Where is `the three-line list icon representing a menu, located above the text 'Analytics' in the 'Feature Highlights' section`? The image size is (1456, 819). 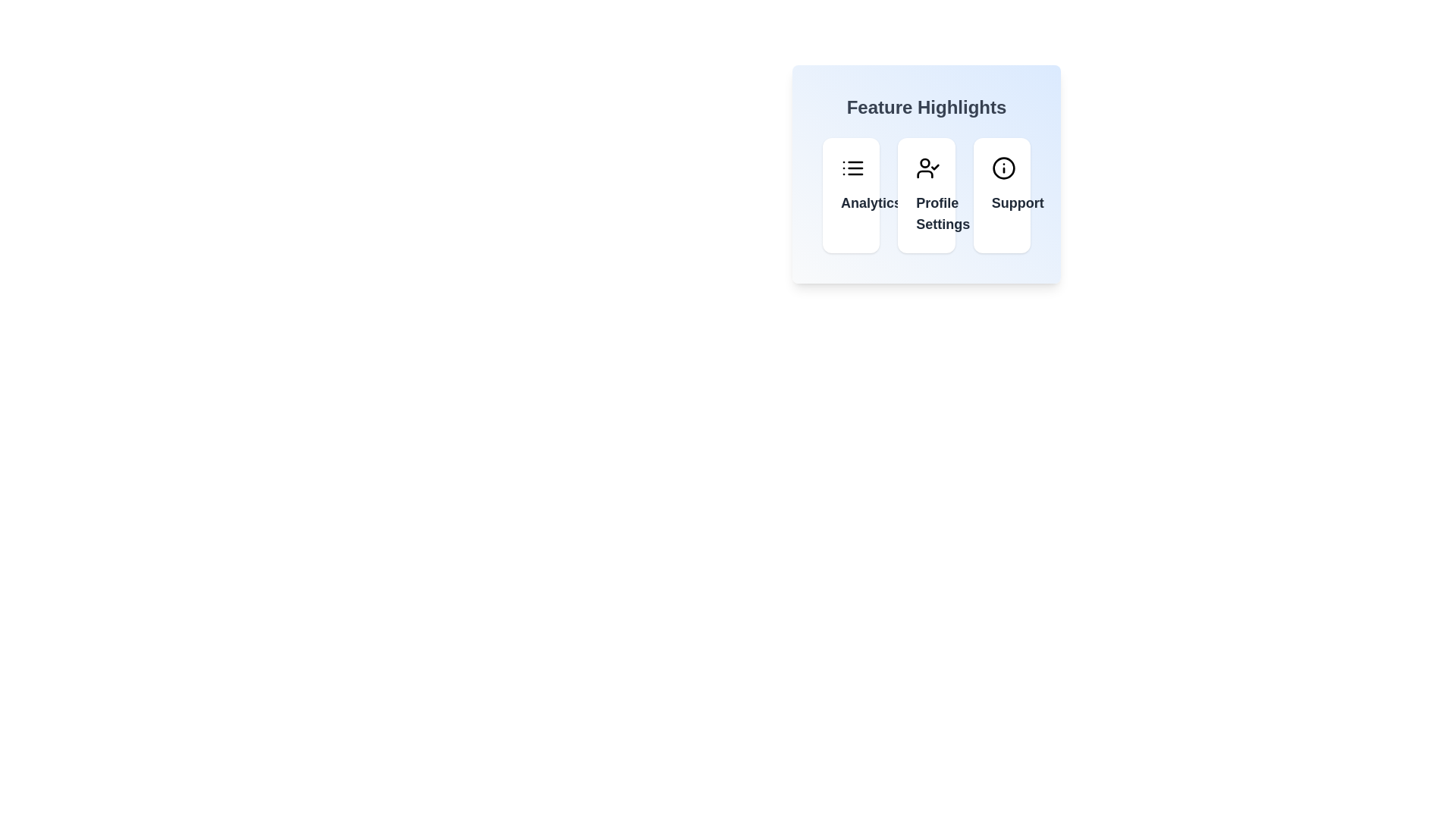
the three-line list icon representing a menu, located above the text 'Analytics' in the 'Feature Highlights' section is located at coordinates (852, 168).